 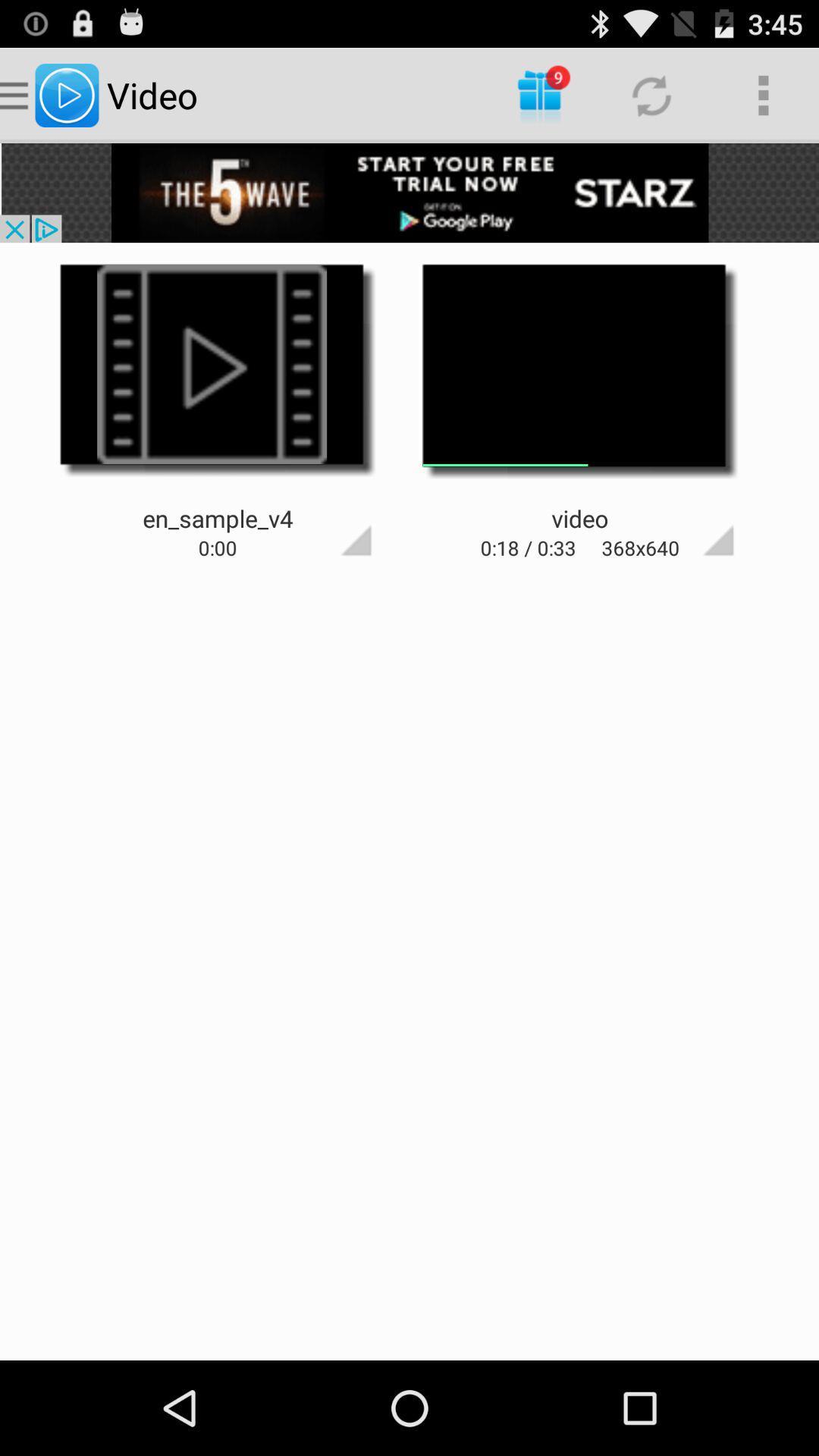 I want to click on google page, so click(x=691, y=513).